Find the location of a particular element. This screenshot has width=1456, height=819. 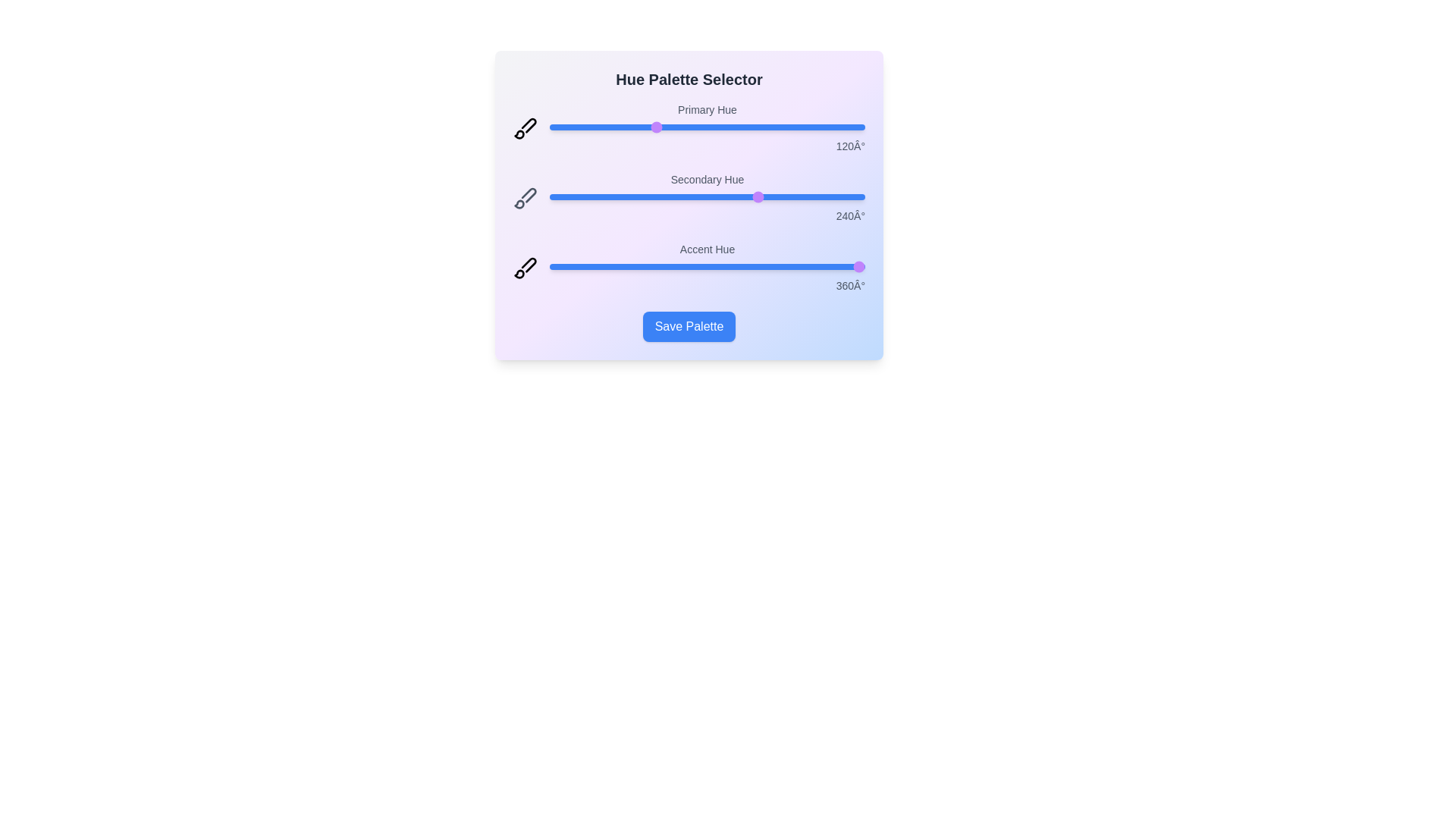

the 'Accent Hue' slider to 353 degrees is located at coordinates (858, 265).